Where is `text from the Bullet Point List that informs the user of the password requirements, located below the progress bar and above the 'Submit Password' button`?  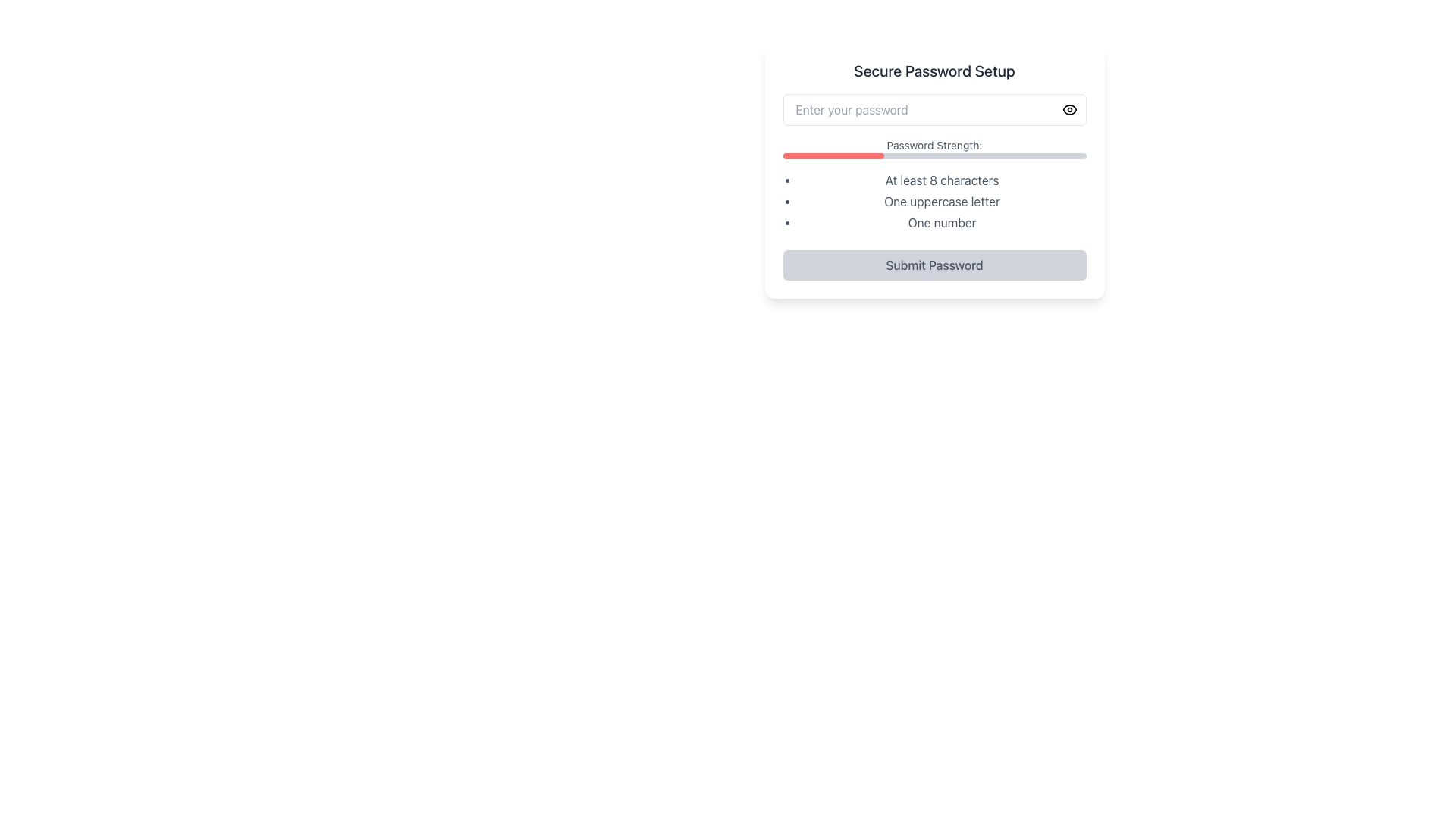
text from the Bullet Point List that informs the user of the password requirements, located below the progress bar and above the 'Submit Password' button is located at coordinates (934, 201).